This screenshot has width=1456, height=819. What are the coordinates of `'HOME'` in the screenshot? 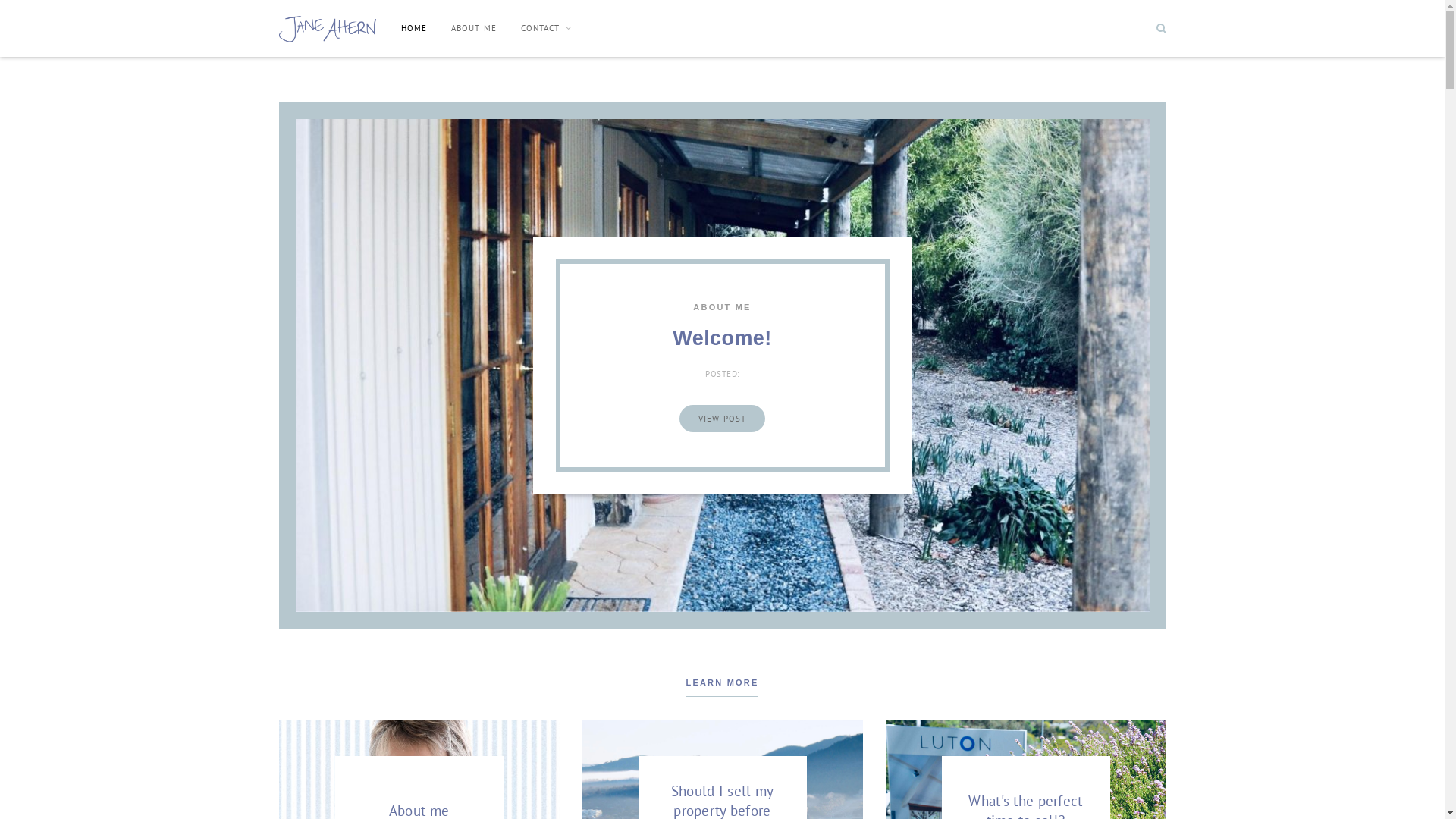 It's located at (414, 28).